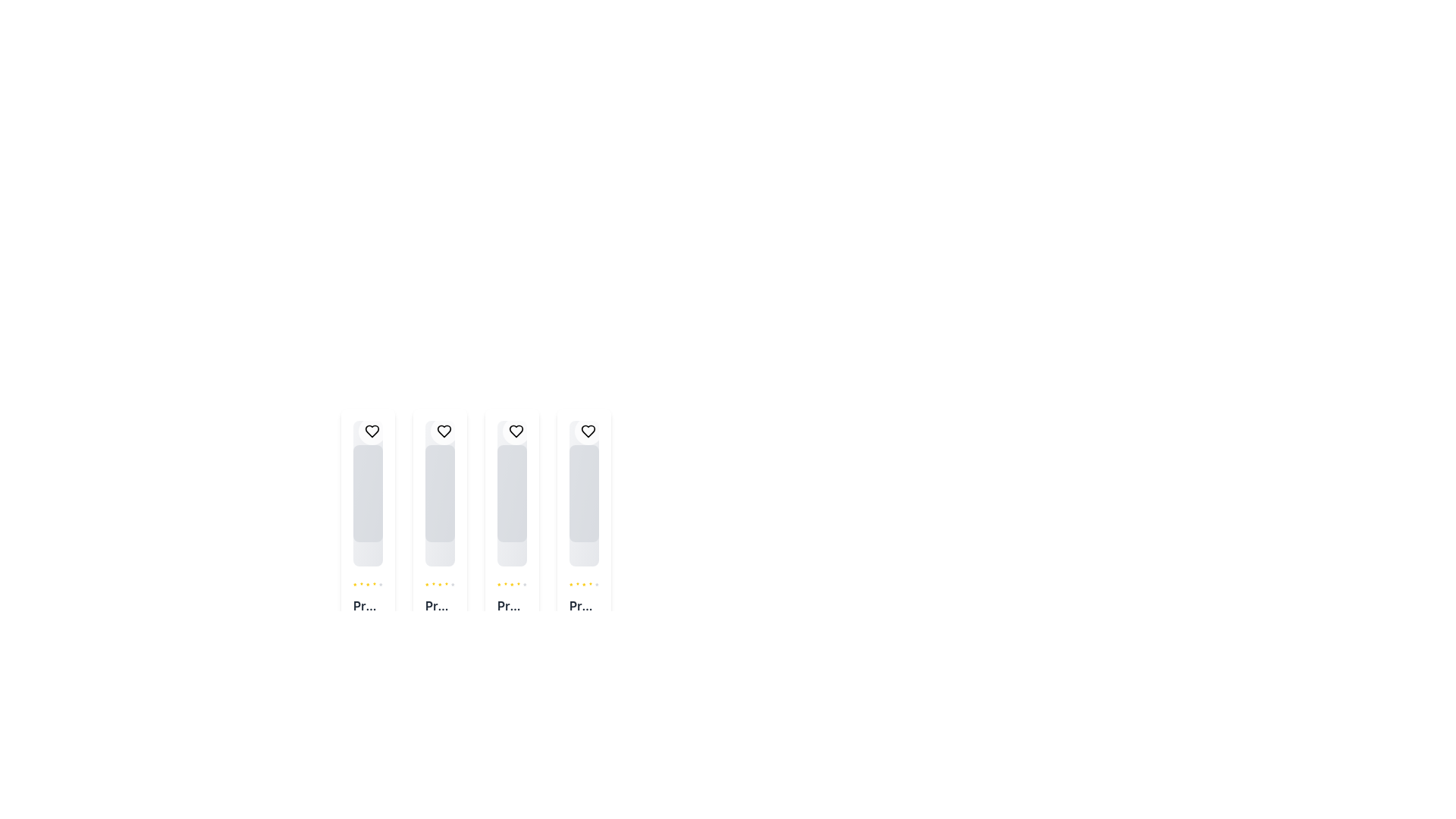 This screenshot has width=1456, height=819. What do you see at coordinates (443, 431) in the screenshot?
I see `the heart-shaped icon outlined with a black stroke located at the top area of the second card to mark it as liked or unliked` at bounding box center [443, 431].